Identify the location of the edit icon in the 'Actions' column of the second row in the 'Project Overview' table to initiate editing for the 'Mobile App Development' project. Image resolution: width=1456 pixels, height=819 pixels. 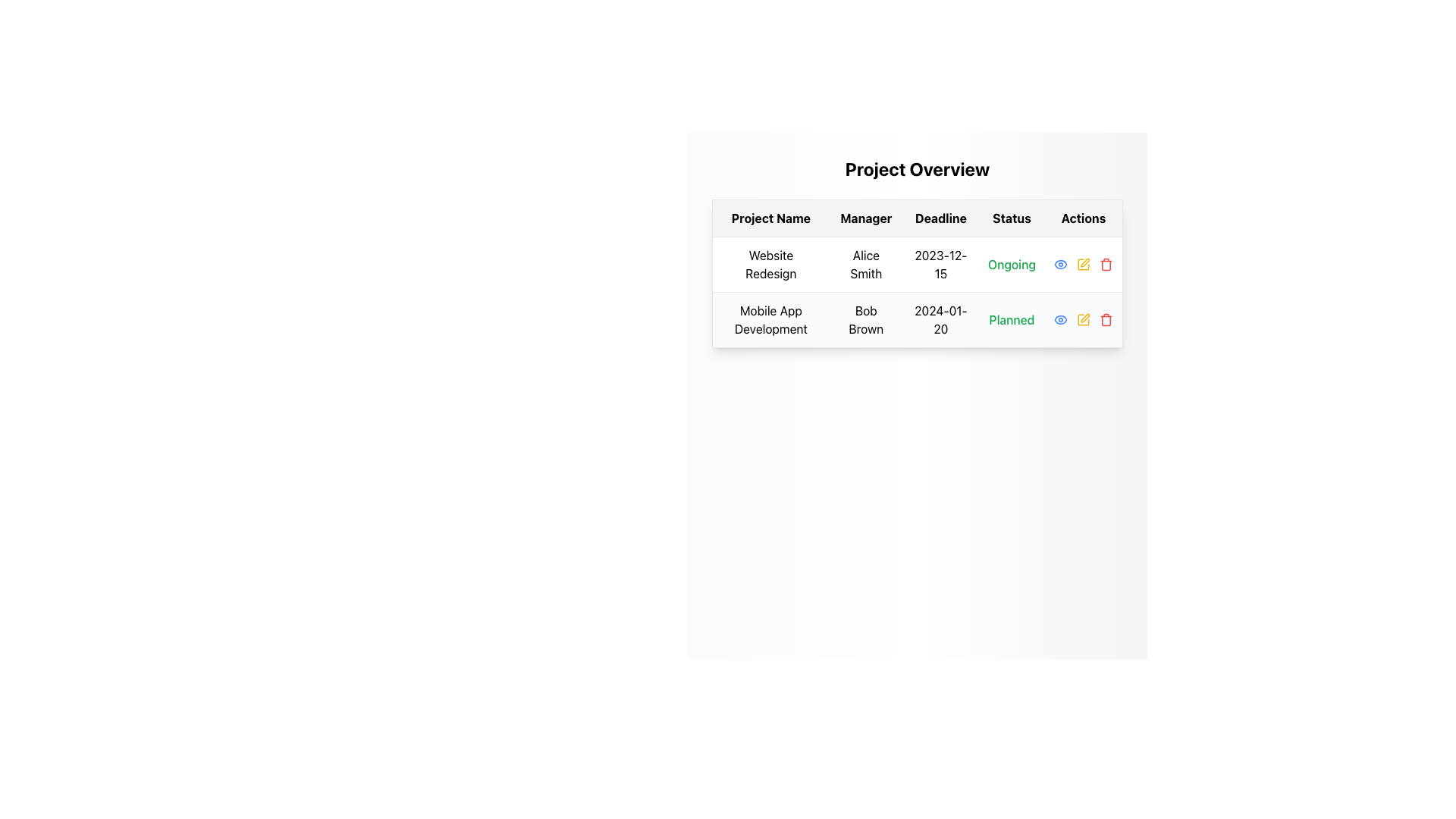
(1084, 262).